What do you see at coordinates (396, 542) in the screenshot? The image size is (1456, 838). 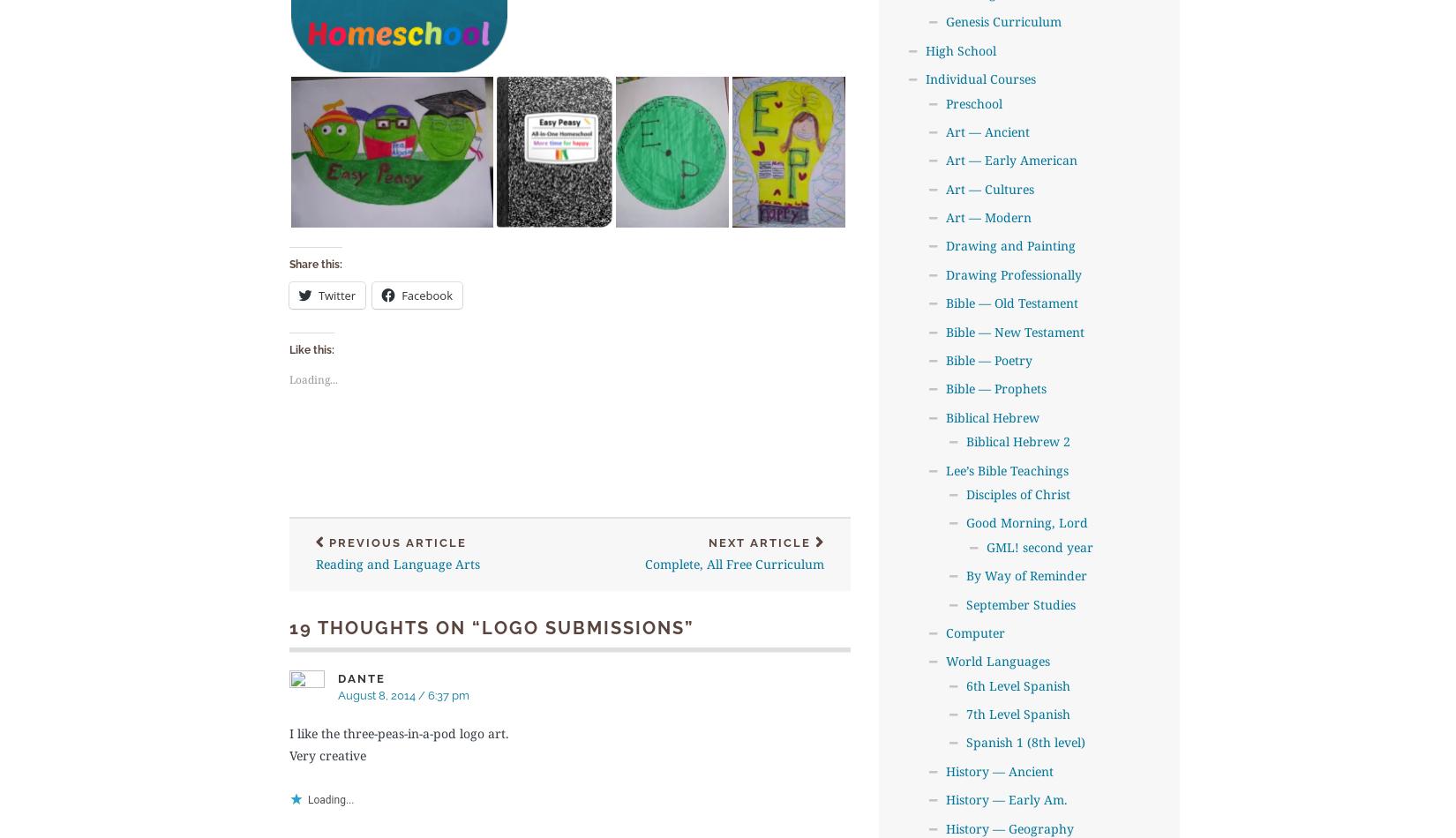 I see `'Previous Article'` at bounding box center [396, 542].